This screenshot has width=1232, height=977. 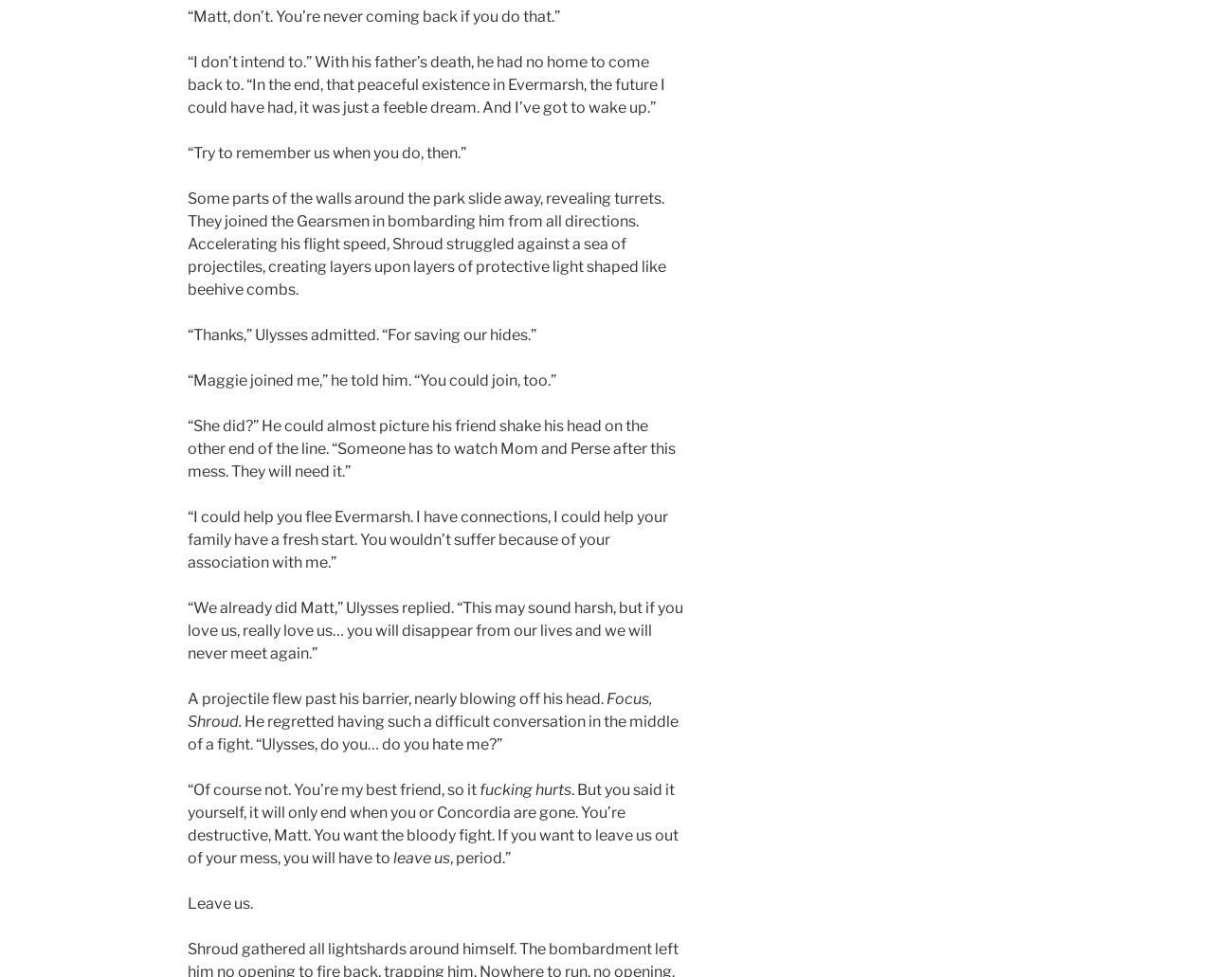 What do you see at coordinates (187, 334) in the screenshot?
I see `'“Thanks,” Ulysses admitted. “For saving our hides.”'` at bounding box center [187, 334].